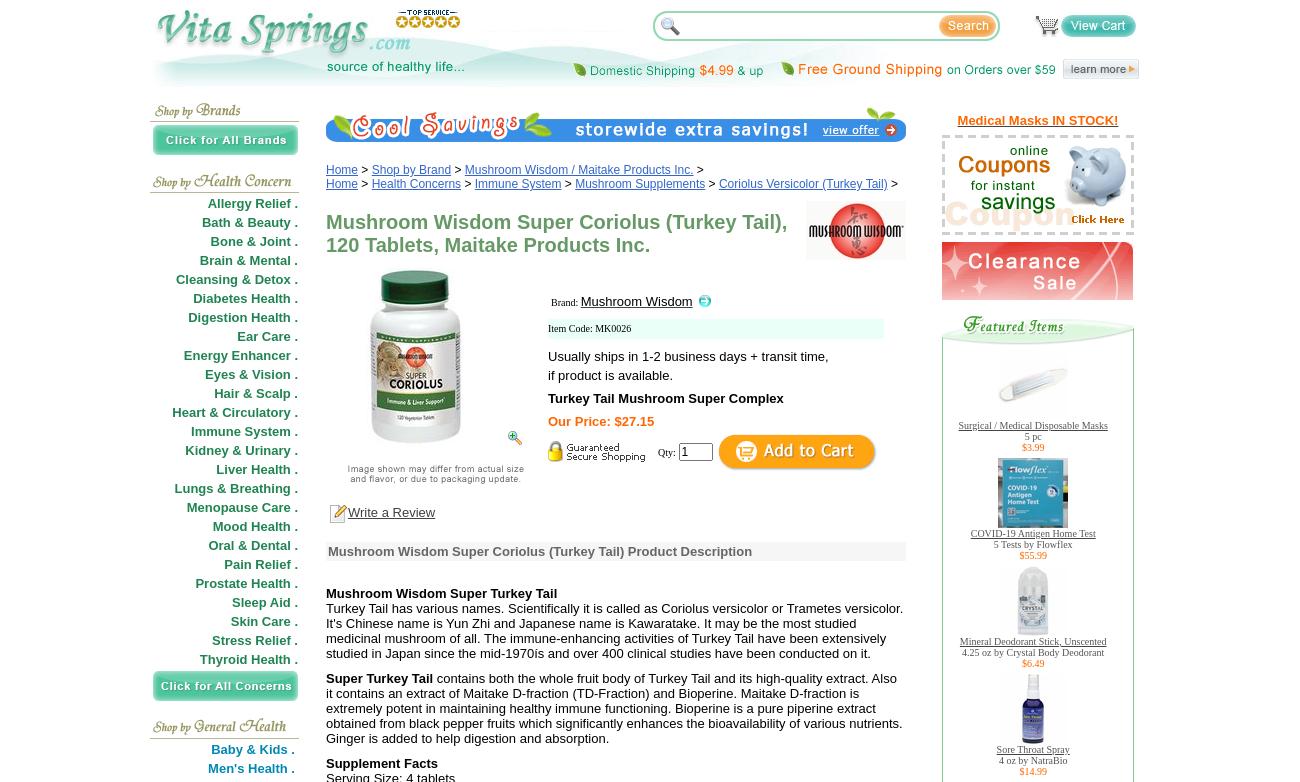  What do you see at coordinates (277, 393) in the screenshot?
I see `'Scalp 
          .'` at bounding box center [277, 393].